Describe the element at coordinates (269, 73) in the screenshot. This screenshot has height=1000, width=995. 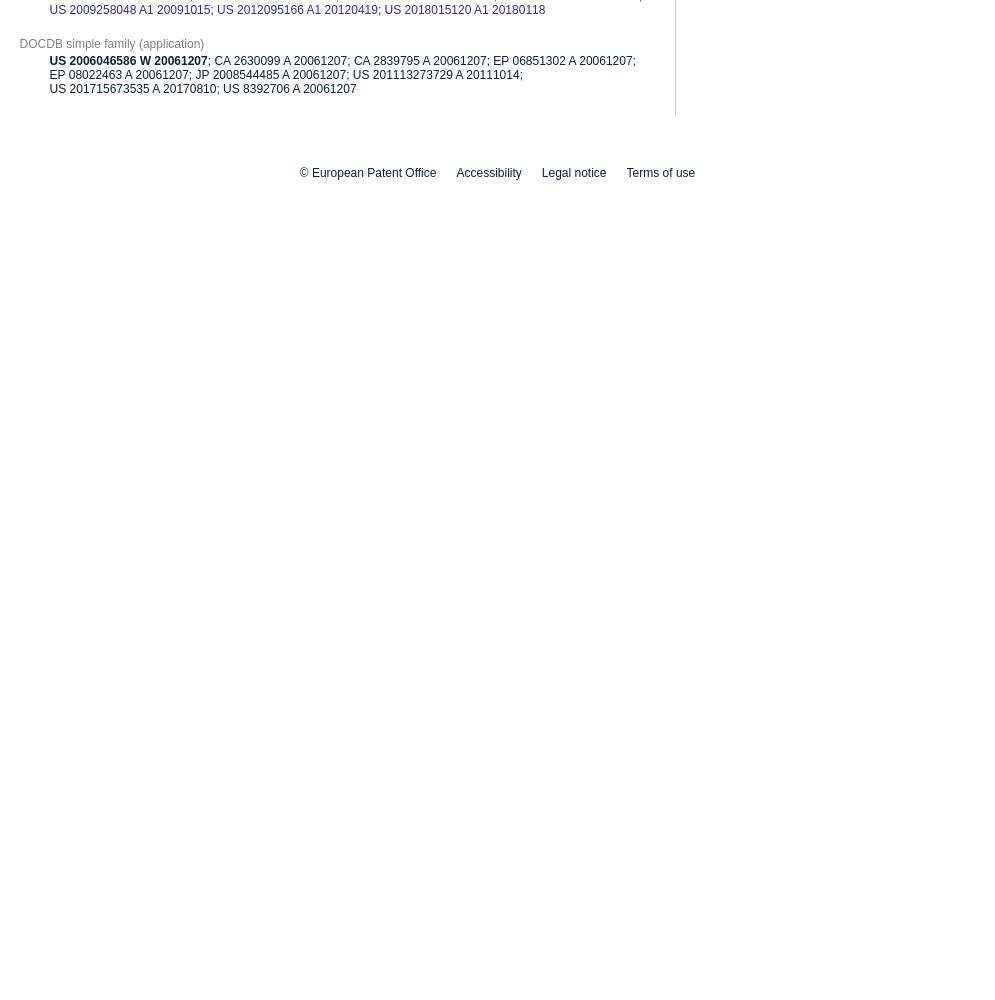
I see `'JP 2008544485 A 20061207'` at that location.